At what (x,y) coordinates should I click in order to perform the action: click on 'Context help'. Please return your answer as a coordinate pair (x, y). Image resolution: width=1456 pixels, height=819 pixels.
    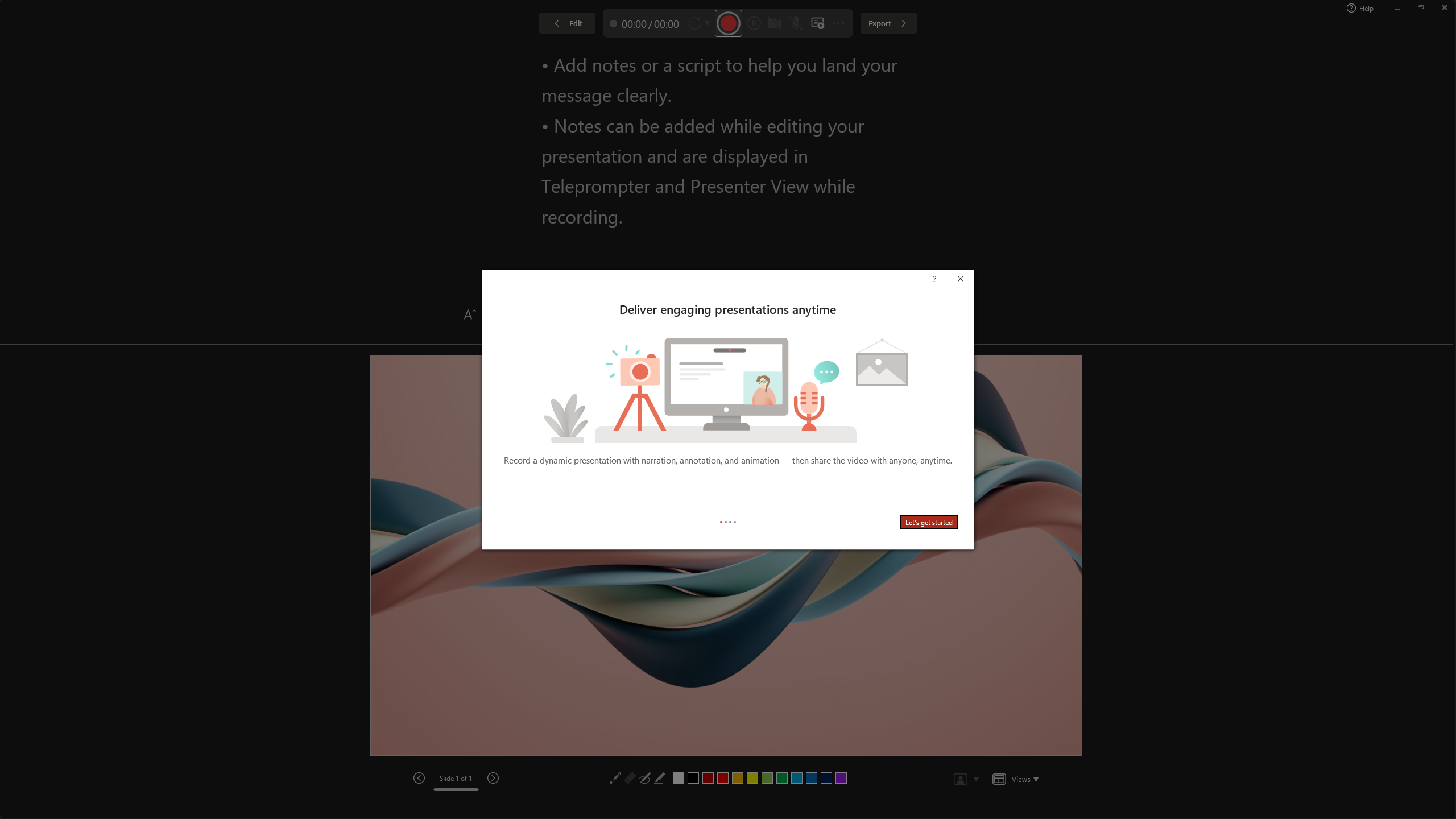
    Looking at the image, I should click on (950, 280).